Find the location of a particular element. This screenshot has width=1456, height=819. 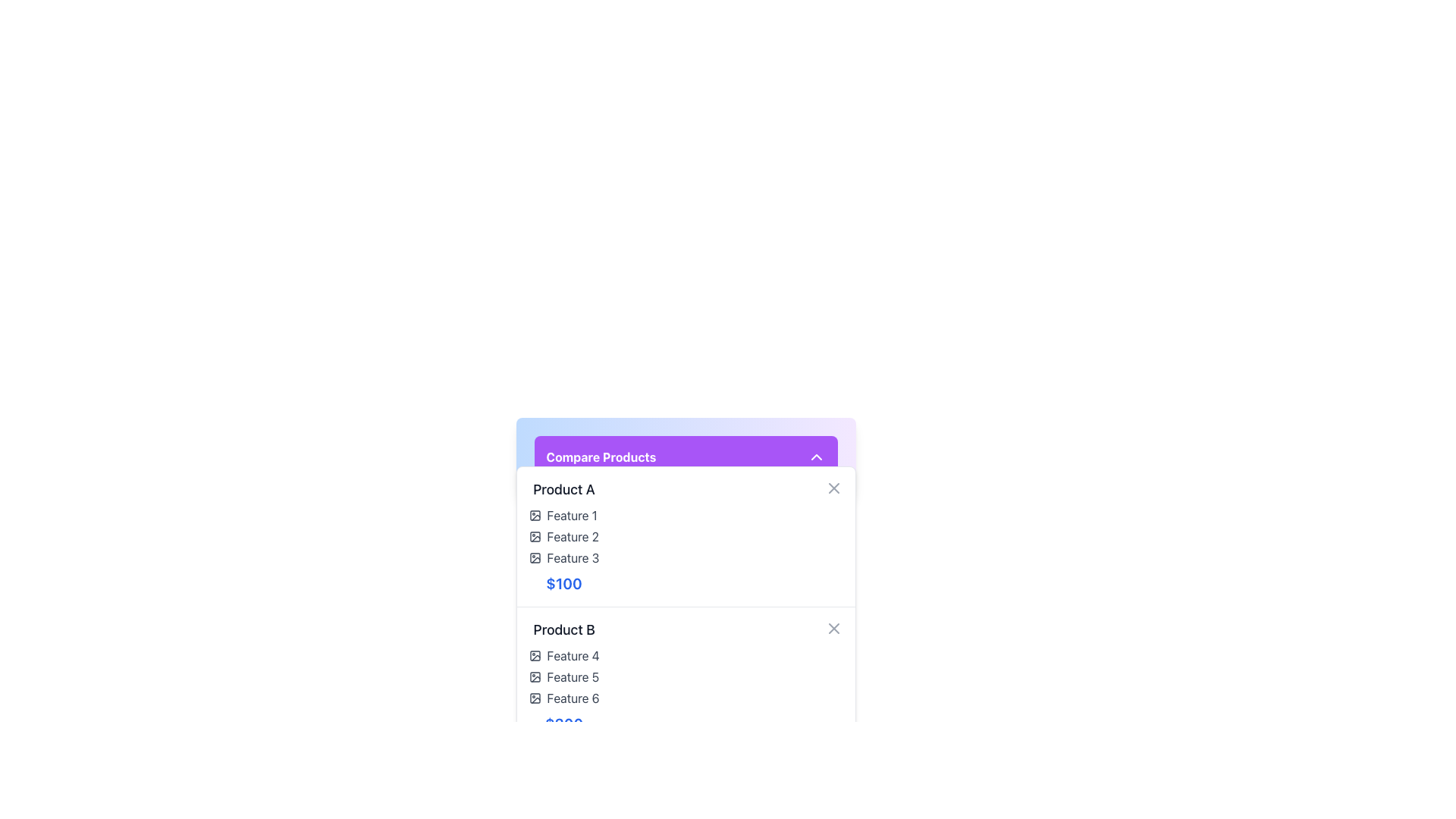

the text and icon element labeled 'Feature 4' in the list of features under 'Product B' is located at coordinates (563, 654).